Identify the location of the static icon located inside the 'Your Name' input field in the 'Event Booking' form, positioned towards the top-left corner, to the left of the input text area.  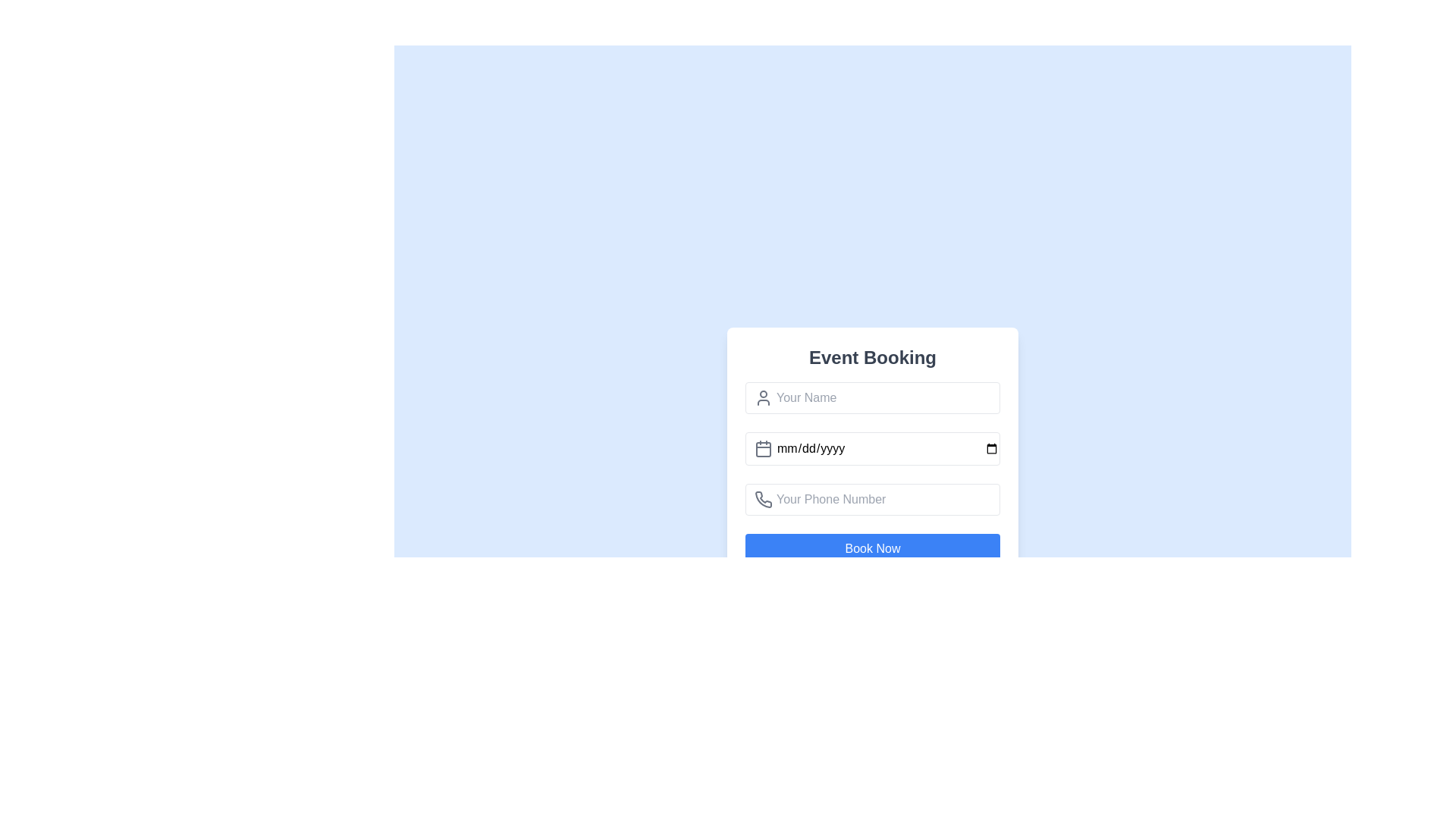
(764, 397).